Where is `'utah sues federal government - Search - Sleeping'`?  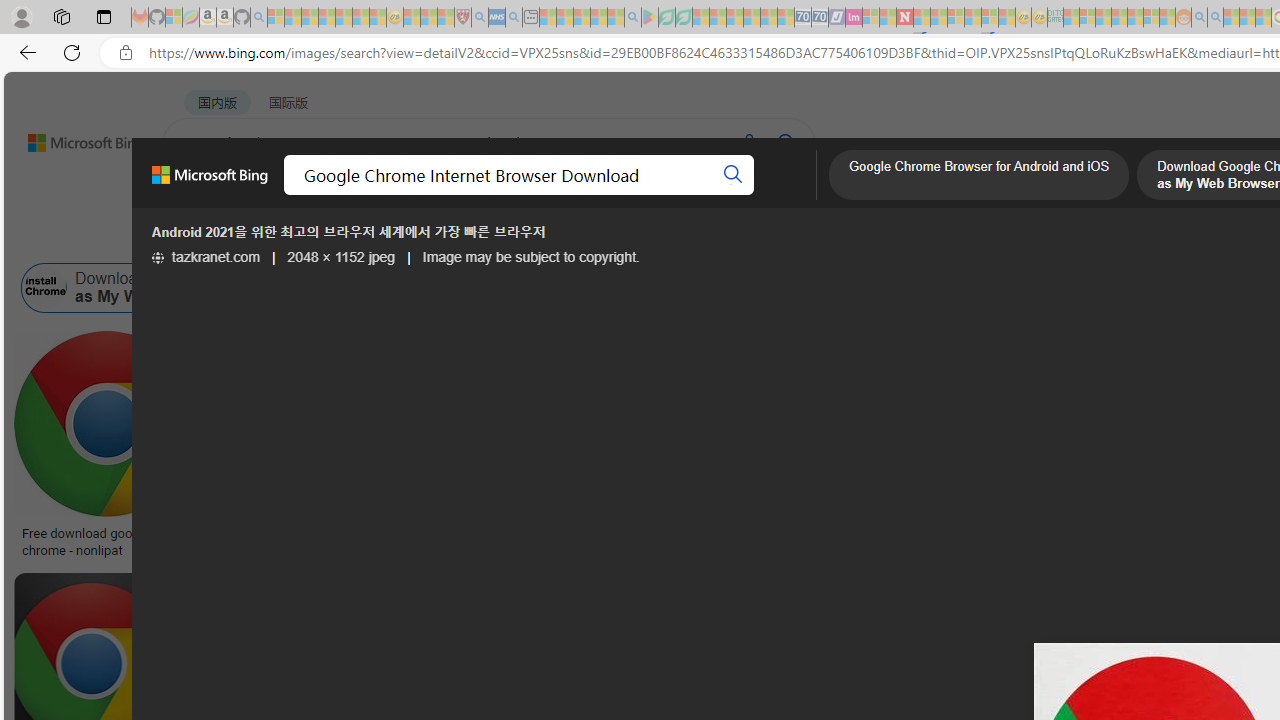 'utah sues federal government - Search - Sleeping' is located at coordinates (513, 17).